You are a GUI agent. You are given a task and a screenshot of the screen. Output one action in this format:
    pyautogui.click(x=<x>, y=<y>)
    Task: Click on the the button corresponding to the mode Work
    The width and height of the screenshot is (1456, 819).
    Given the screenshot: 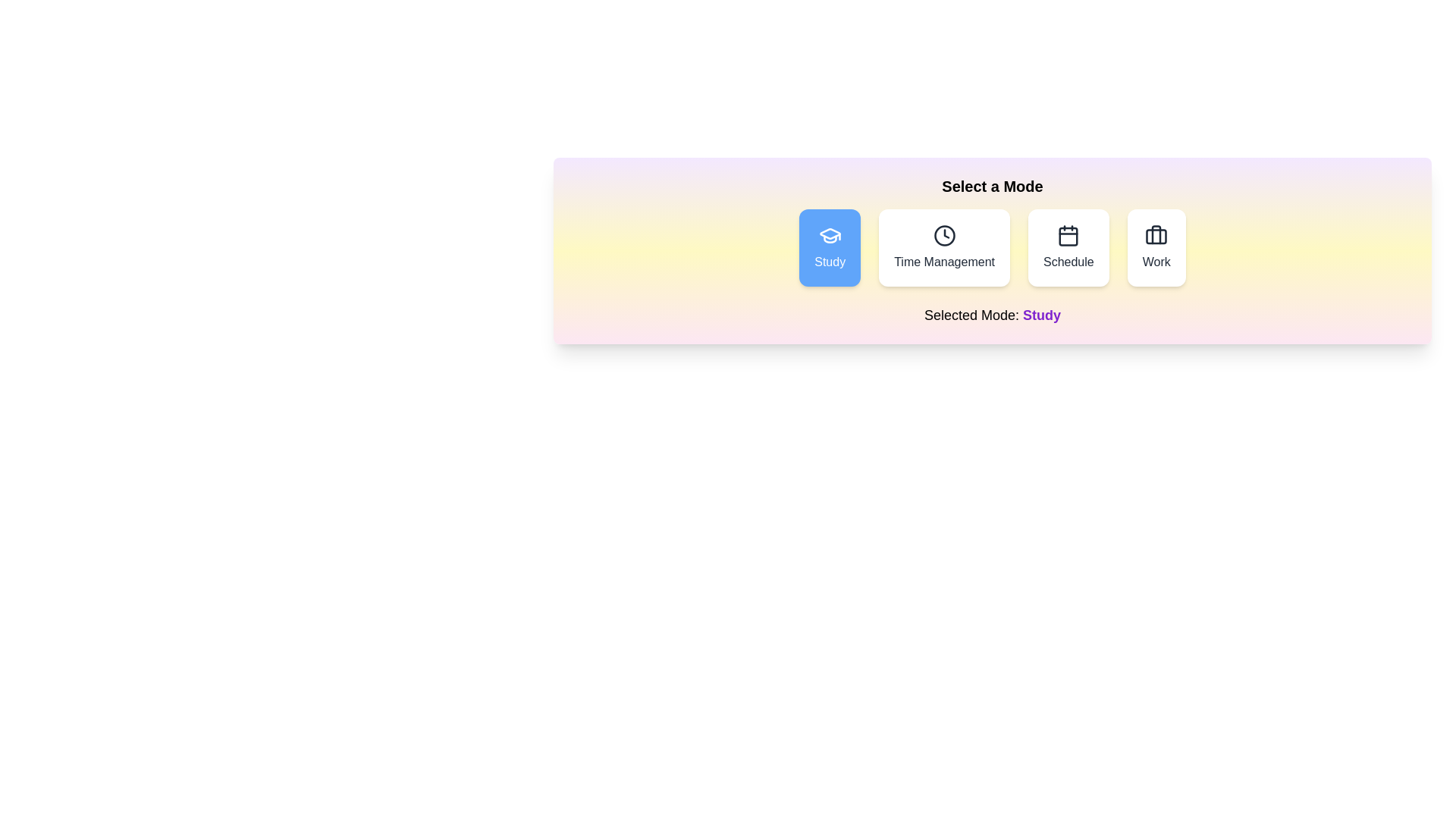 What is the action you would take?
    pyautogui.click(x=1156, y=247)
    